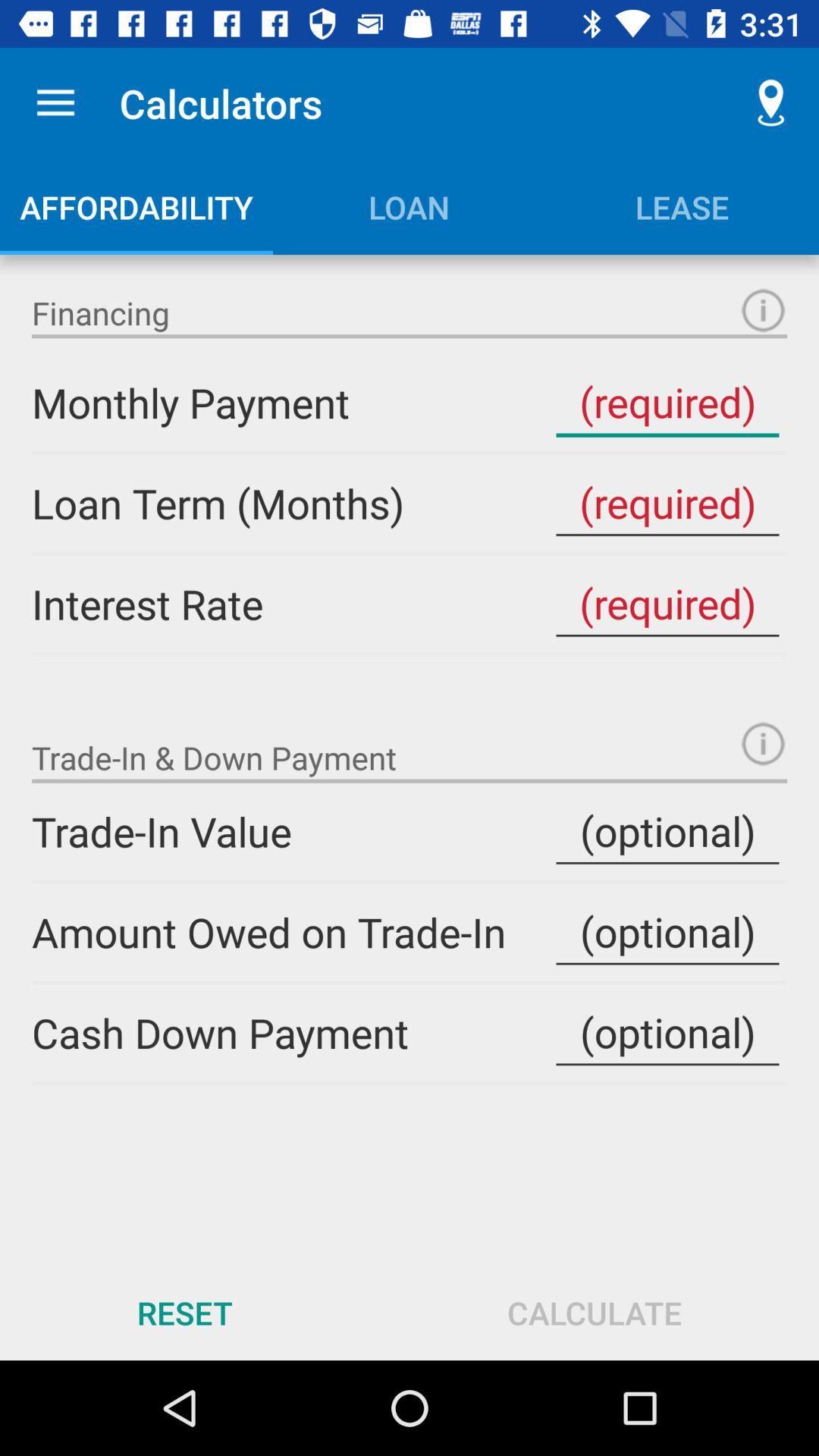 Image resolution: width=819 pixels, height=1456 pixels. I want to click on input trade in value, so click(667, 830).